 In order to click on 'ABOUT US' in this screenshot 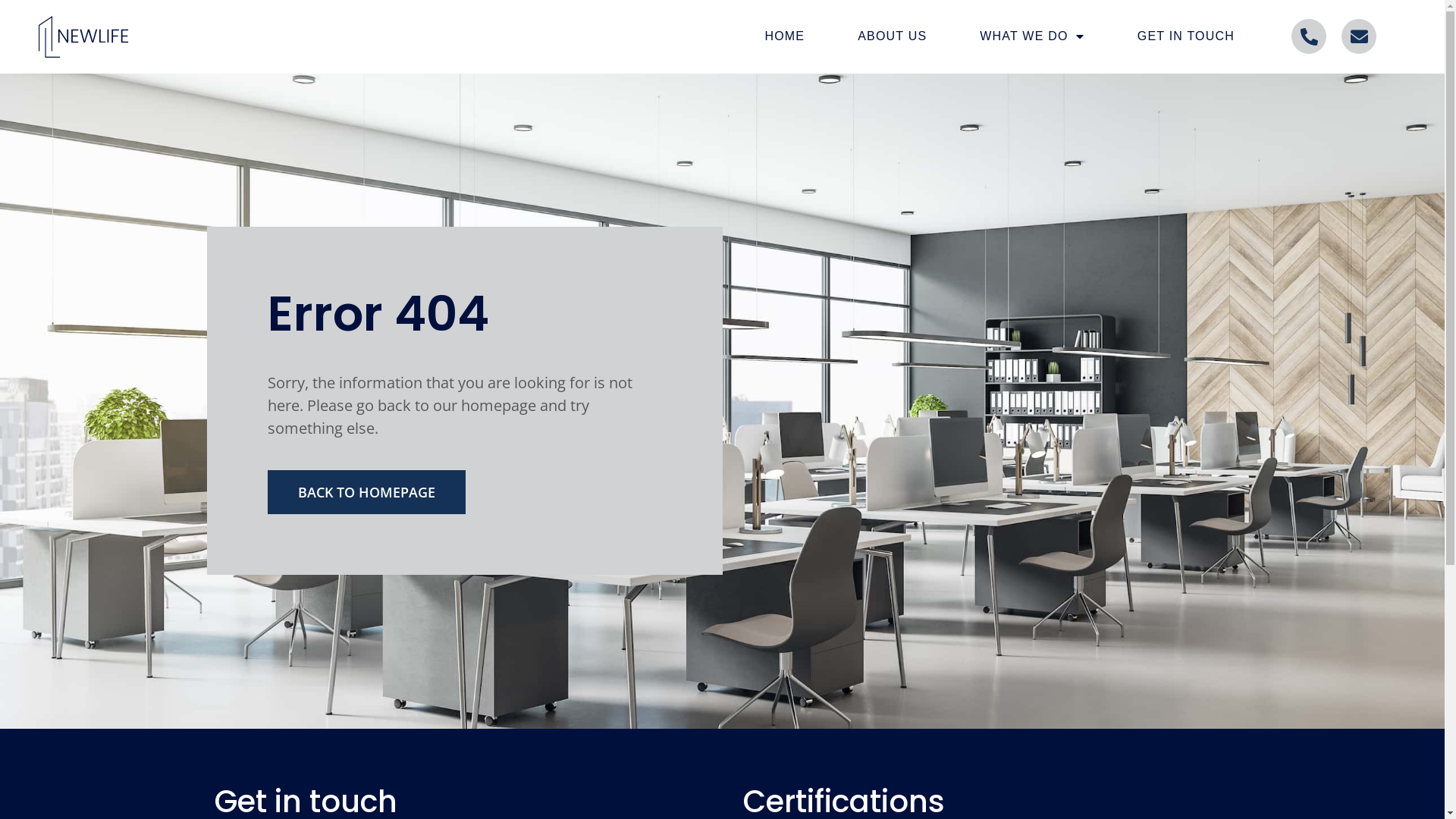, I will do `click(892, 35)`.